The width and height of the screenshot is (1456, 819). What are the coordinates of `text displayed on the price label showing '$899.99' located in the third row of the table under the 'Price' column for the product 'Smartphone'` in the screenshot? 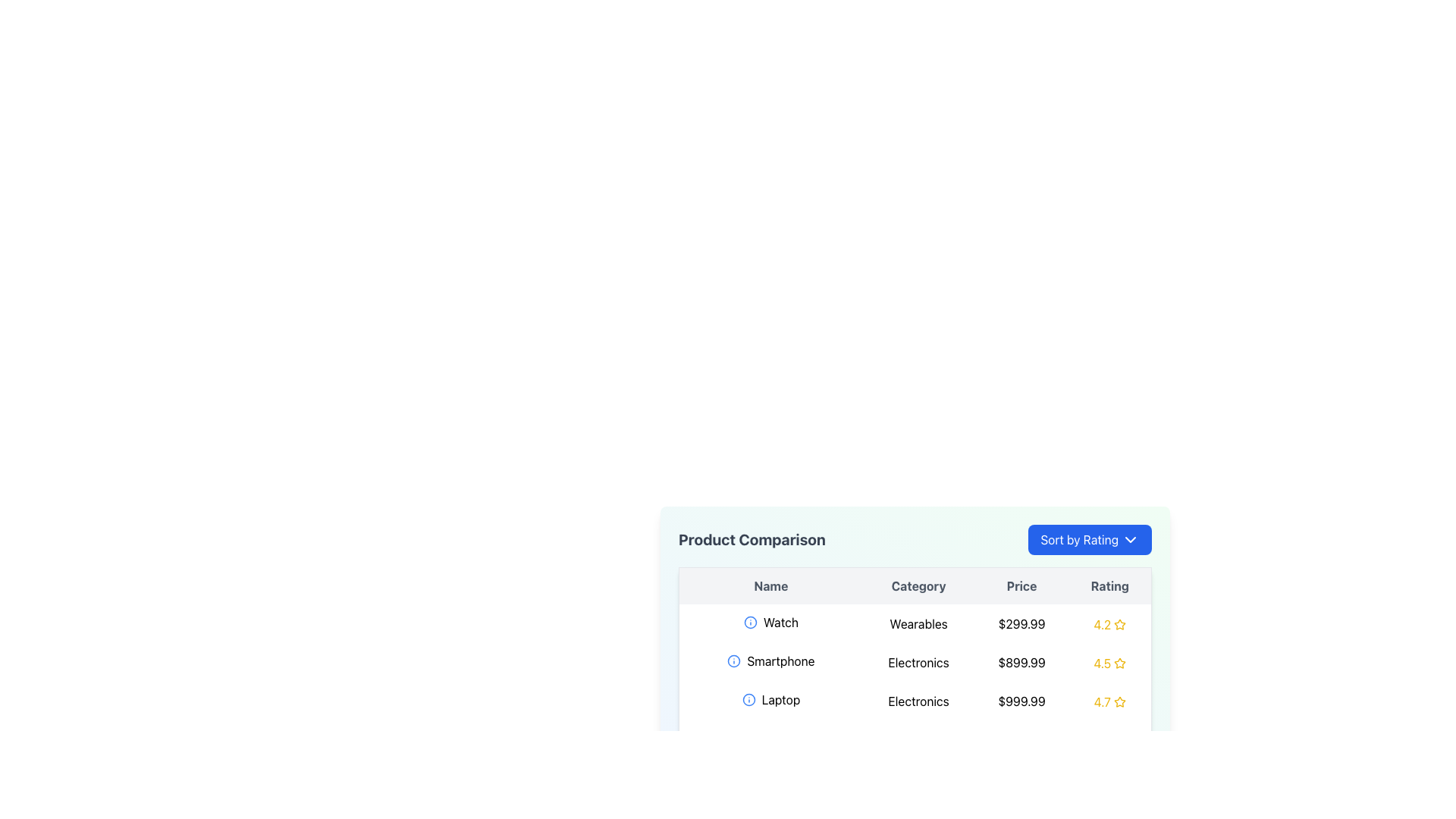 It's located at (1021, 661).